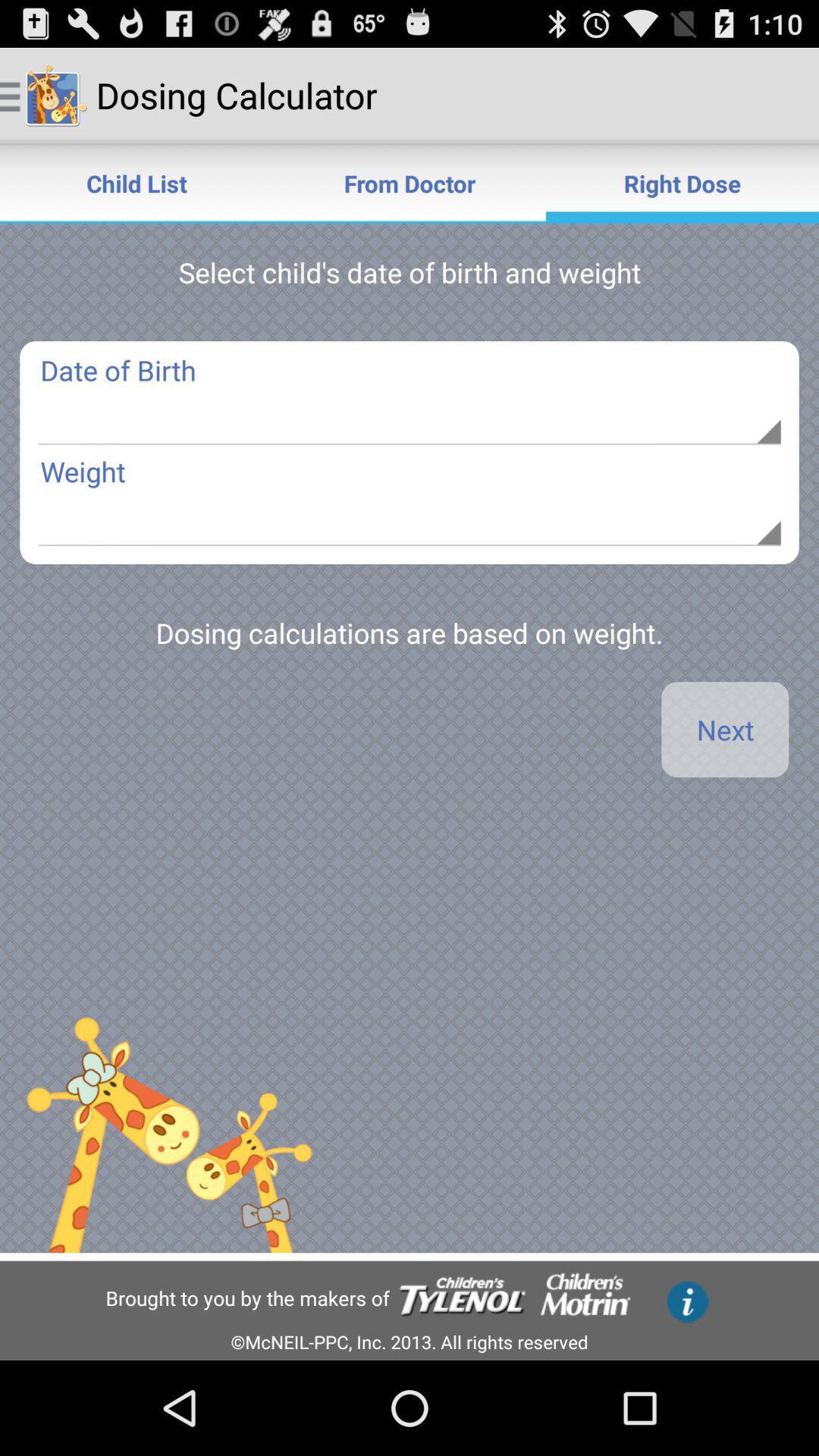 The width and height of the screenshot is (819, 1456). I want to click on the icon to the left of the right dose item, so click(409, 182).